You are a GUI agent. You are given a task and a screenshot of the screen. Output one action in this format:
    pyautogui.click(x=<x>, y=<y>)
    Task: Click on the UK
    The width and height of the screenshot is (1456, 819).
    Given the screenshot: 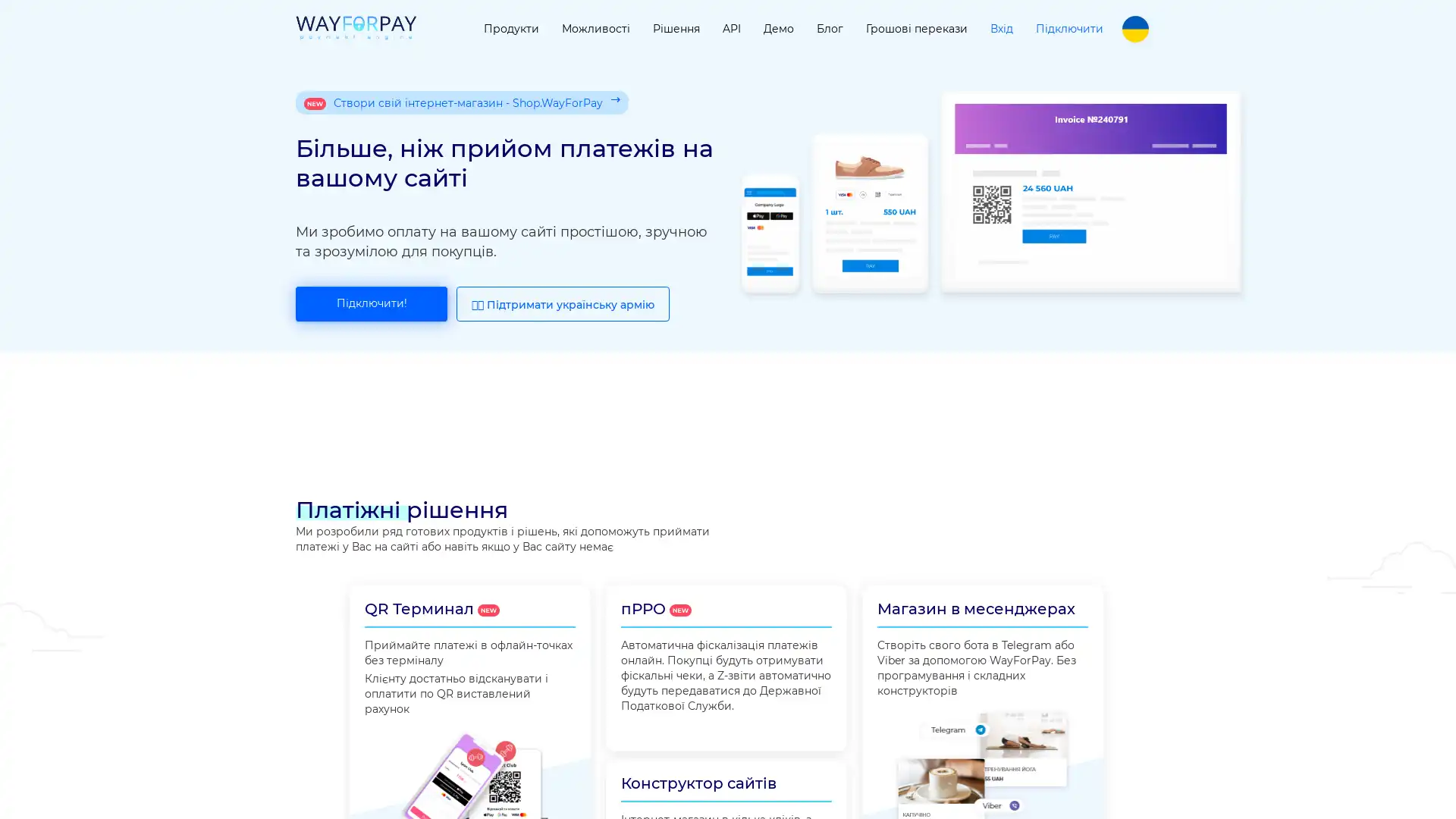 What is the action you would take?
    pyautogui.click(x=1135, y=29)
    